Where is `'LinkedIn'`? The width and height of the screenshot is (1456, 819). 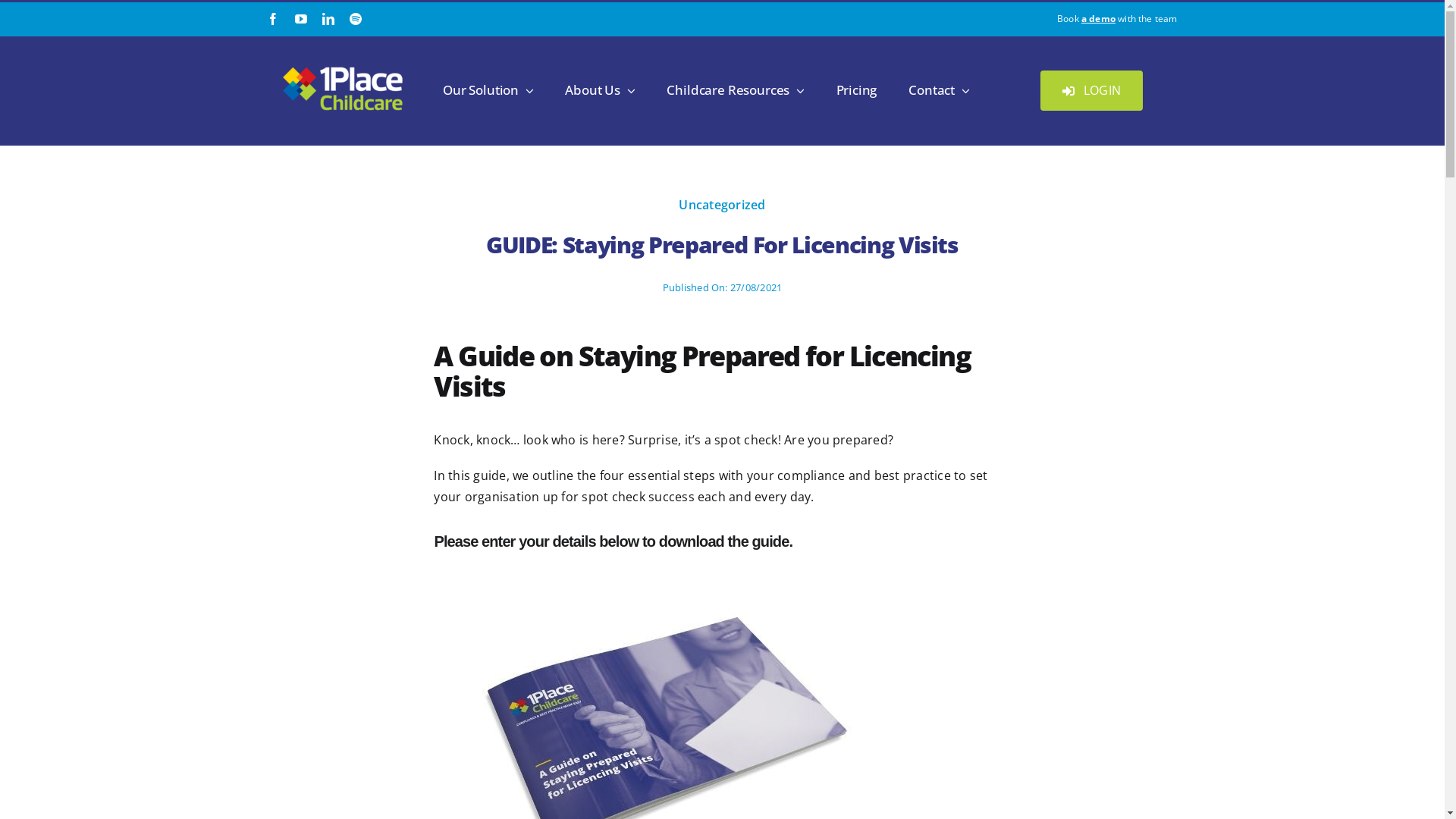 'LinkedIn' is located at coordinates (327, 18).